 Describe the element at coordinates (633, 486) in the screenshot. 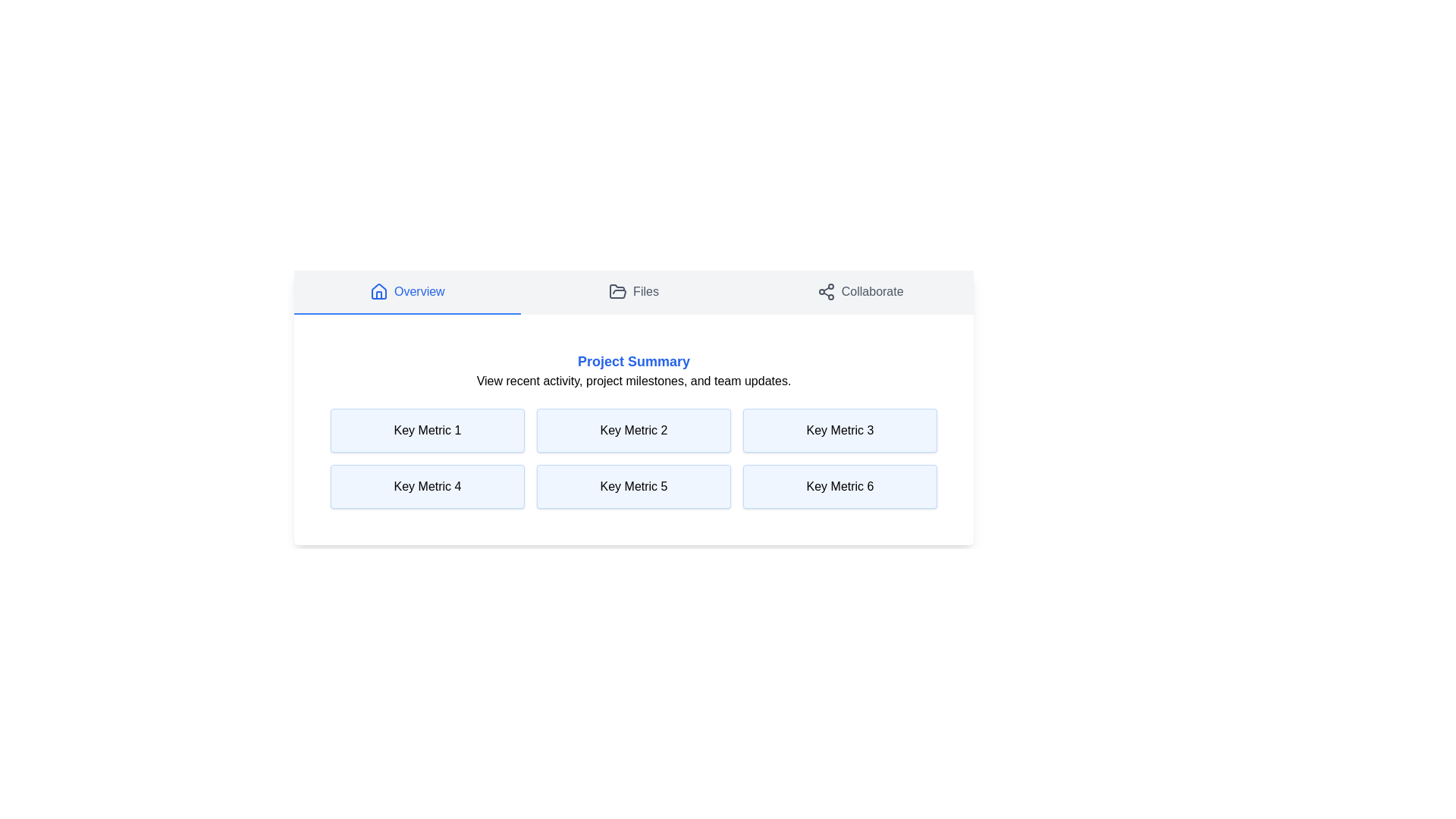

I see `the label with the text 'Key Metric 5', which is a light blue rectangular box with a thin blue border and rounded corners, located in the second row and second column of a grid layout` at that location.